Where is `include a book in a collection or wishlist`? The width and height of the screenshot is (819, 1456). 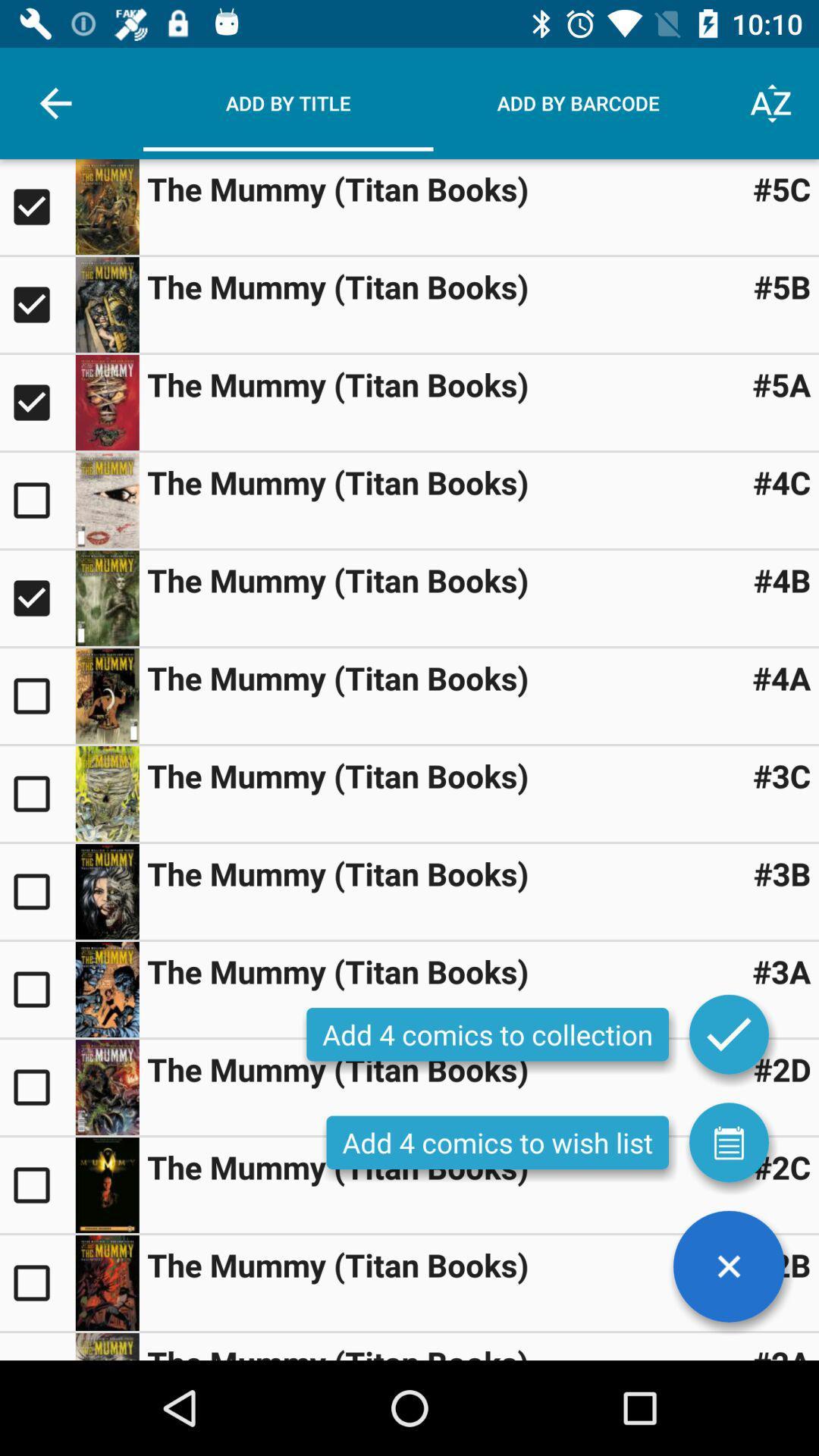
include a book in a collection or wishlist is located at coordinates (36, 500).